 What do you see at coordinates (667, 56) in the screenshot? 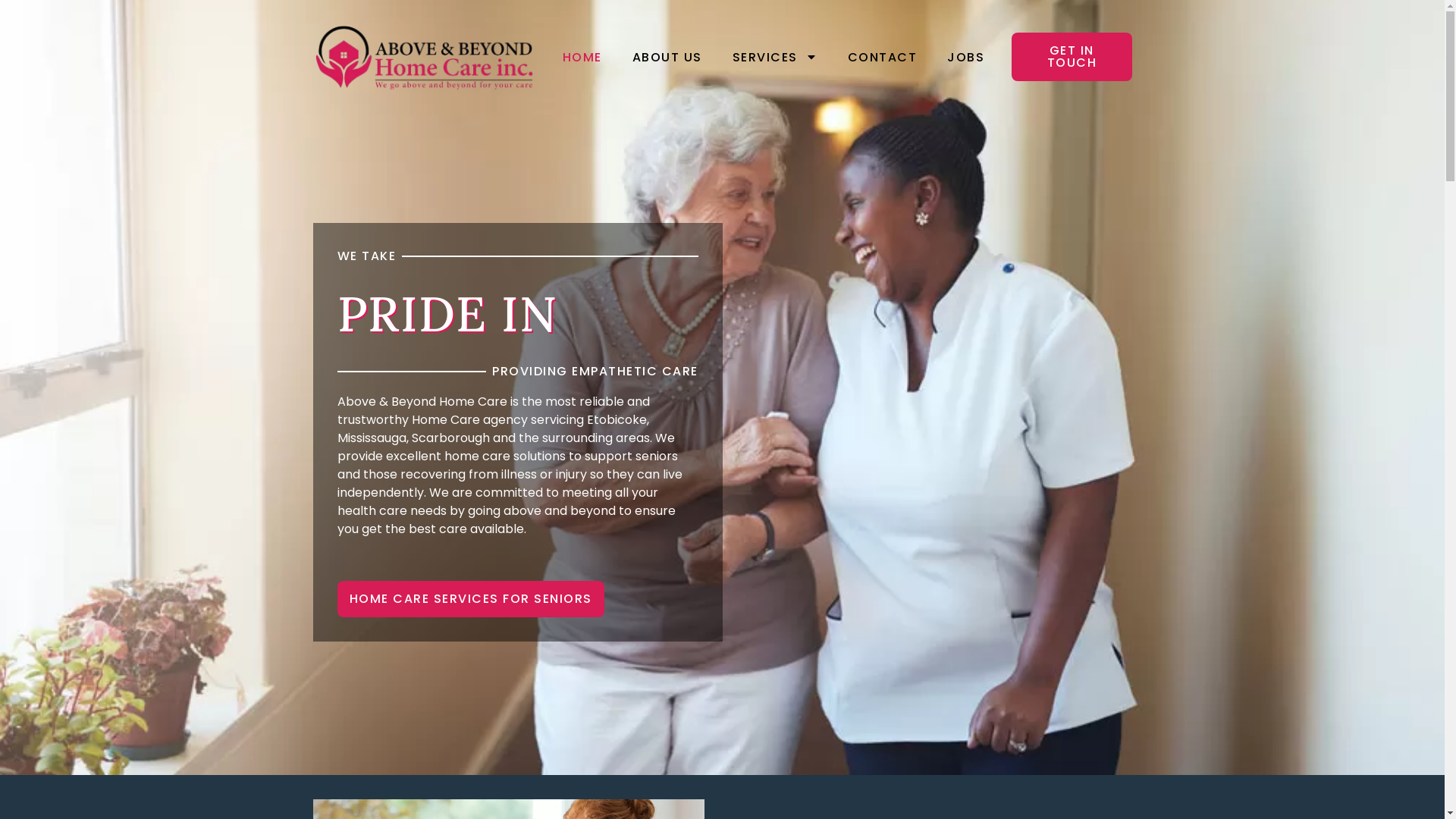
I see `'ABOUT US'` at bounding box center [667, 56].